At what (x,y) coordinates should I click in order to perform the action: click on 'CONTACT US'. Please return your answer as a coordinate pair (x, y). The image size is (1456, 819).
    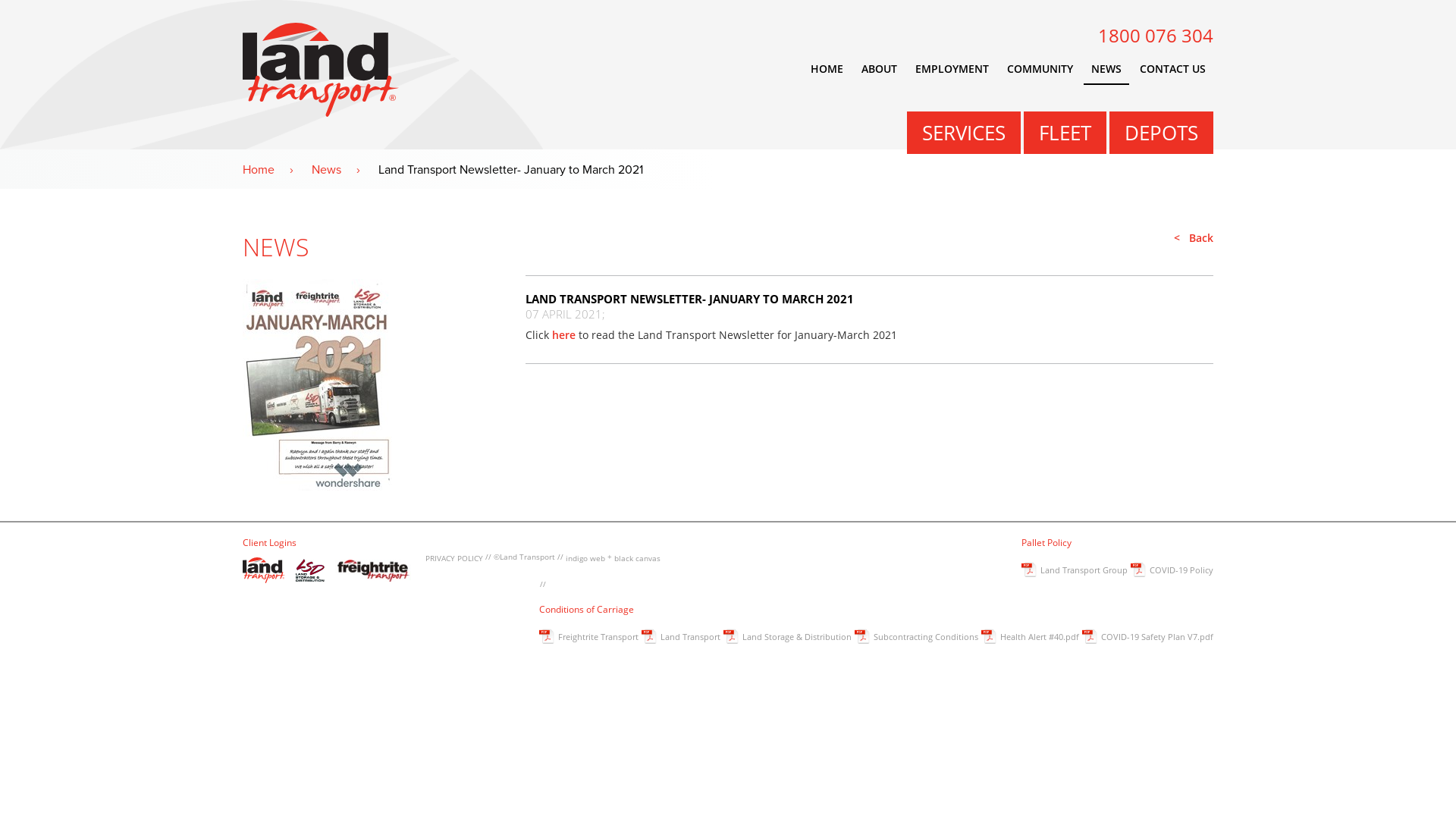
    Looking at the image, I should click on (1172, 69).